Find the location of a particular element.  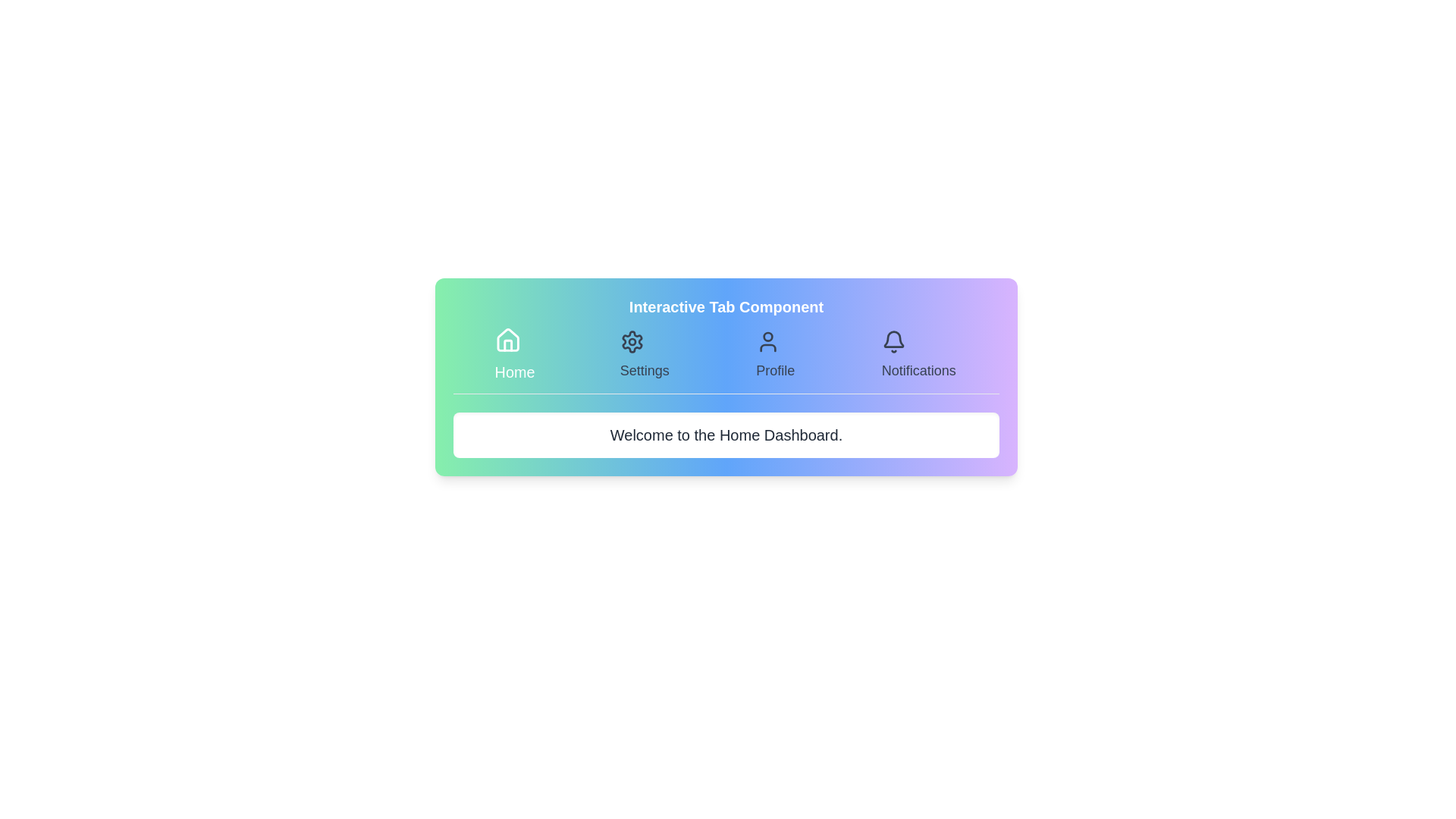

the Profile tab is located at coordinates (775, 356).